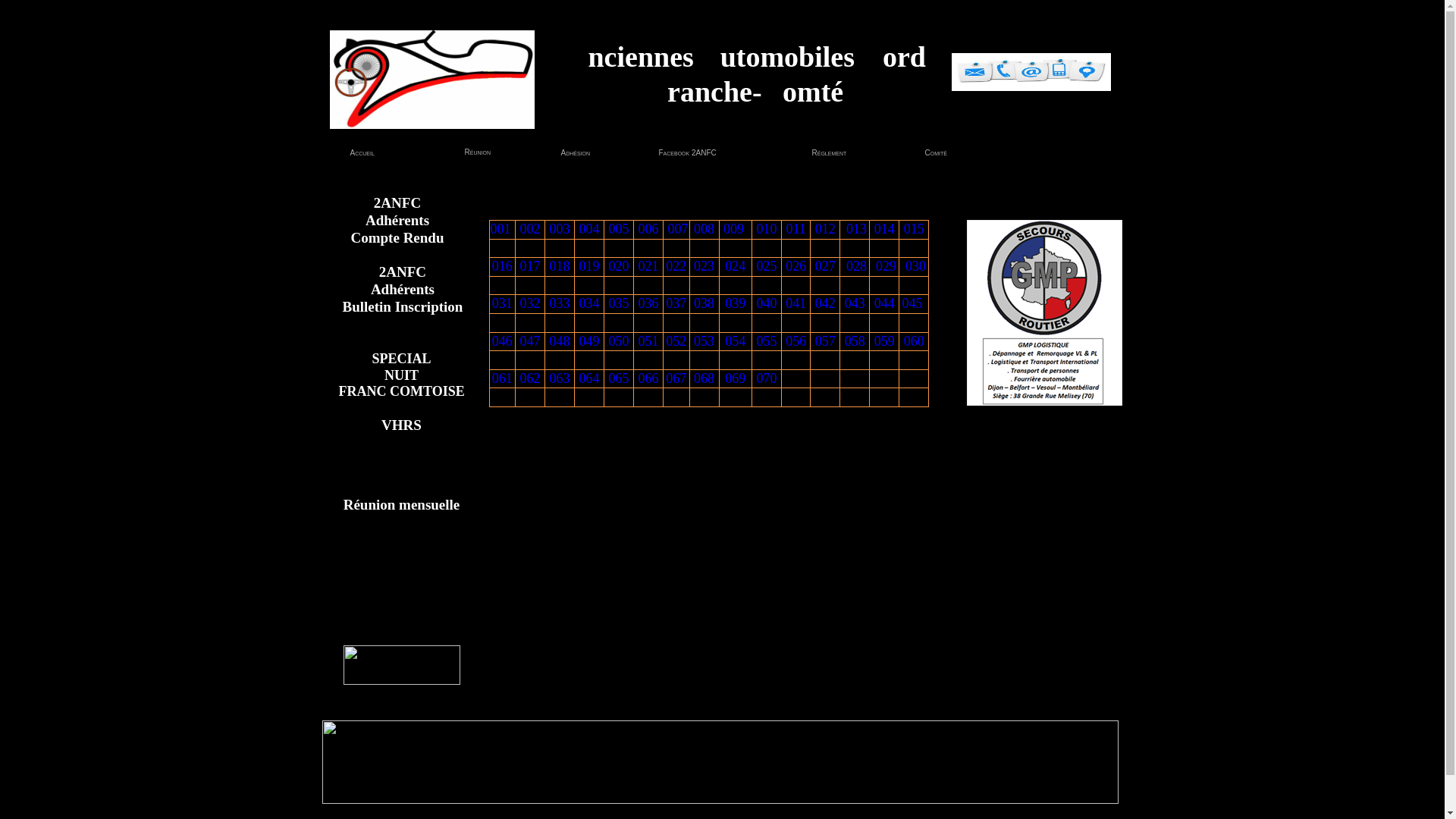  Describe the element at coordinates (723, 377) in the screenshot. I see `'069'` at that location.